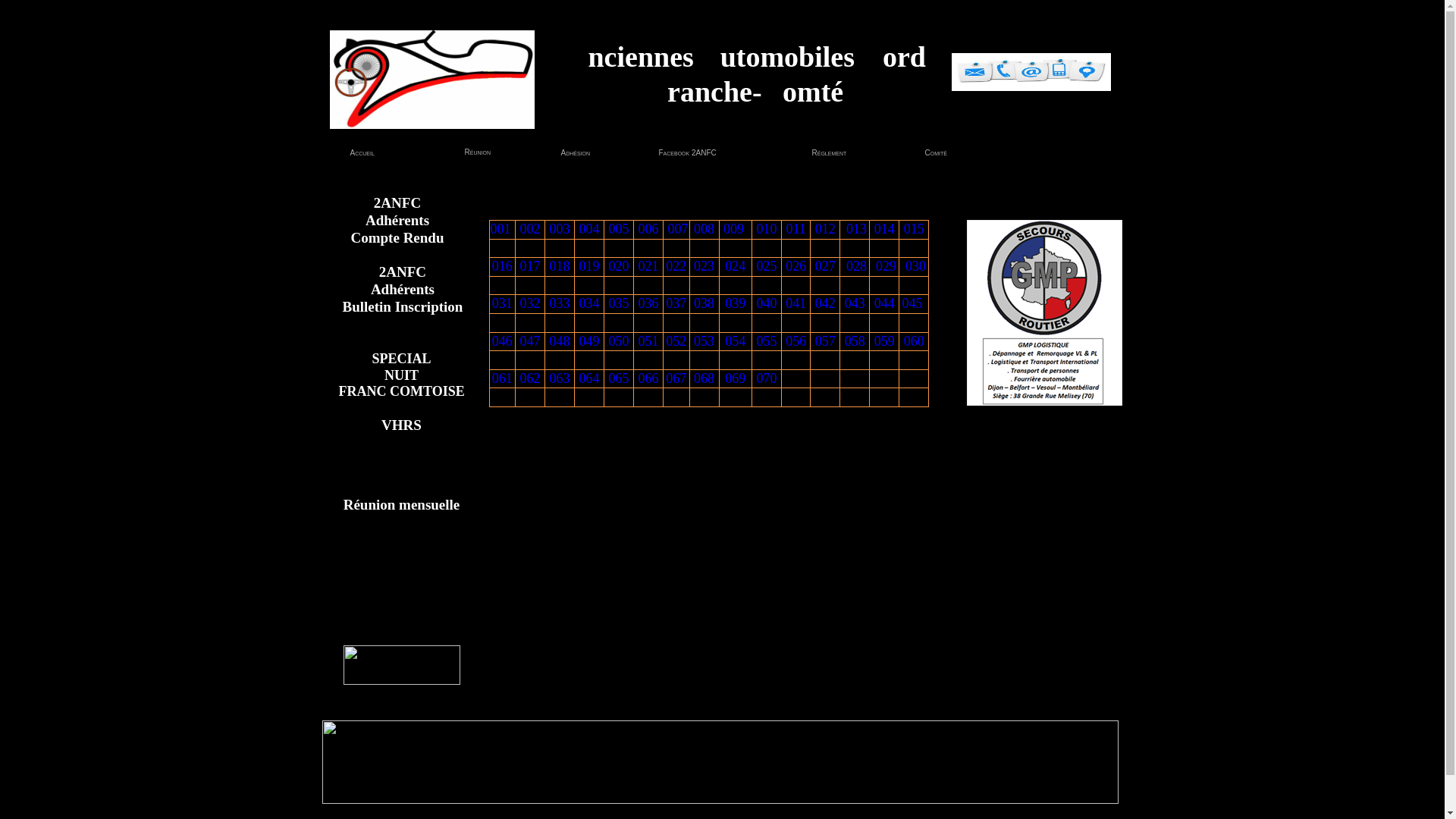  Describe the element at coordinates (723, 377) in the screenshot. I see `'069'` at that location.